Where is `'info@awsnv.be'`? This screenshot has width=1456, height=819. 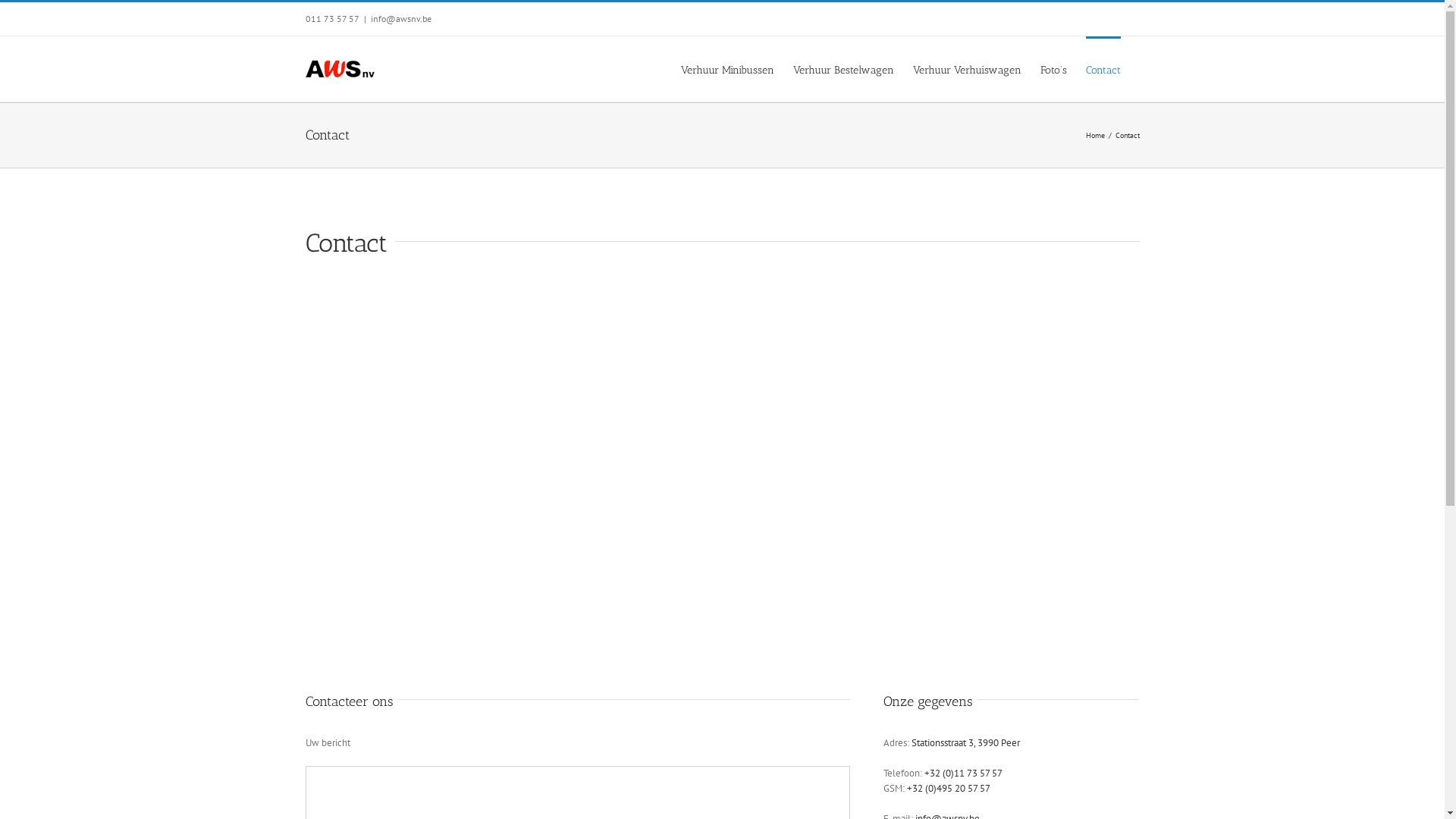 'info@awsnv.be' is located at coordinates (400, 18).